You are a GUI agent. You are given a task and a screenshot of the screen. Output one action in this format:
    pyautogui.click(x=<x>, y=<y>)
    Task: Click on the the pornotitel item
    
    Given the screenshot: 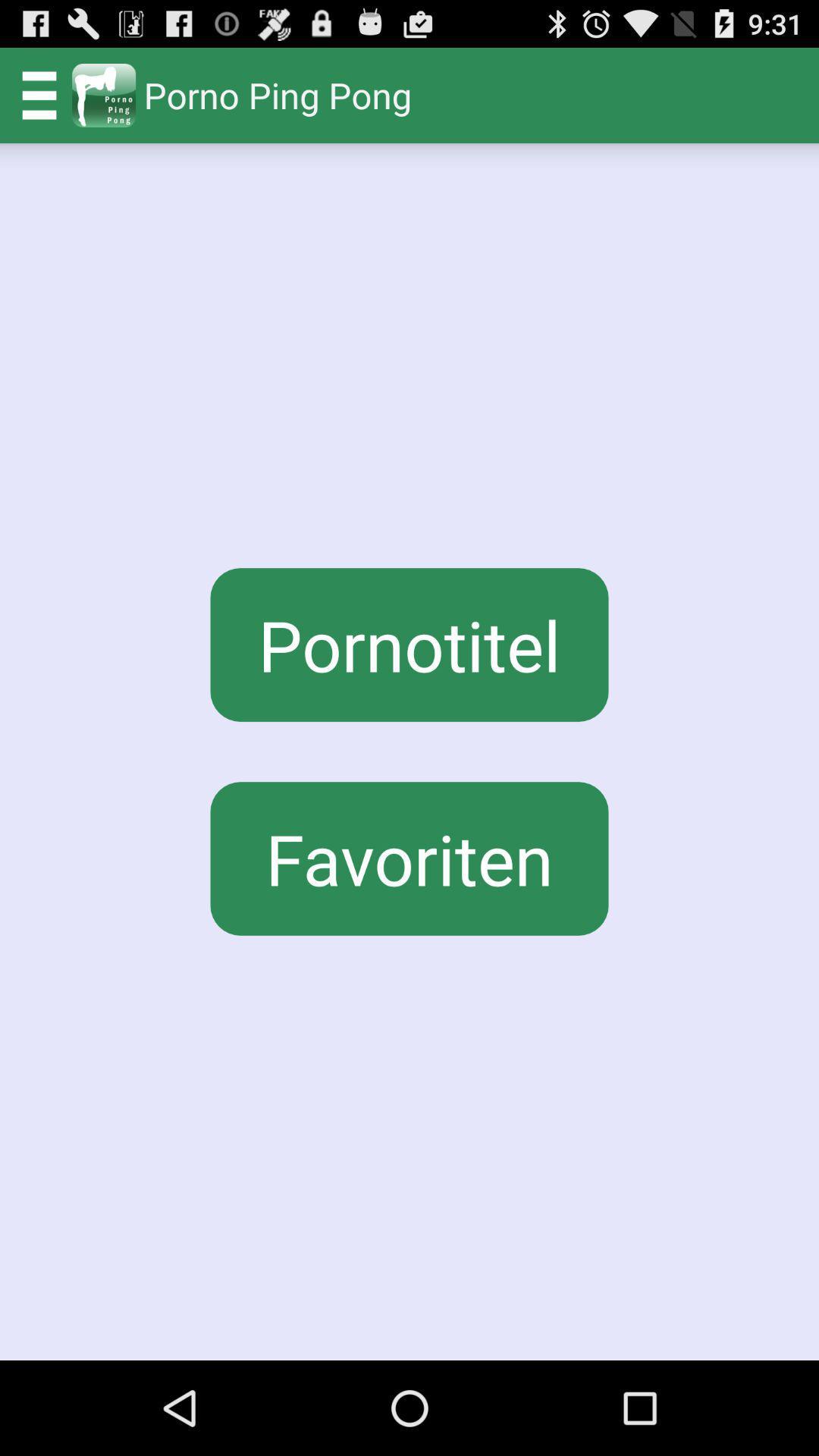 What is the action you would take?
    pyautogui.click(x=409, y=645)
    